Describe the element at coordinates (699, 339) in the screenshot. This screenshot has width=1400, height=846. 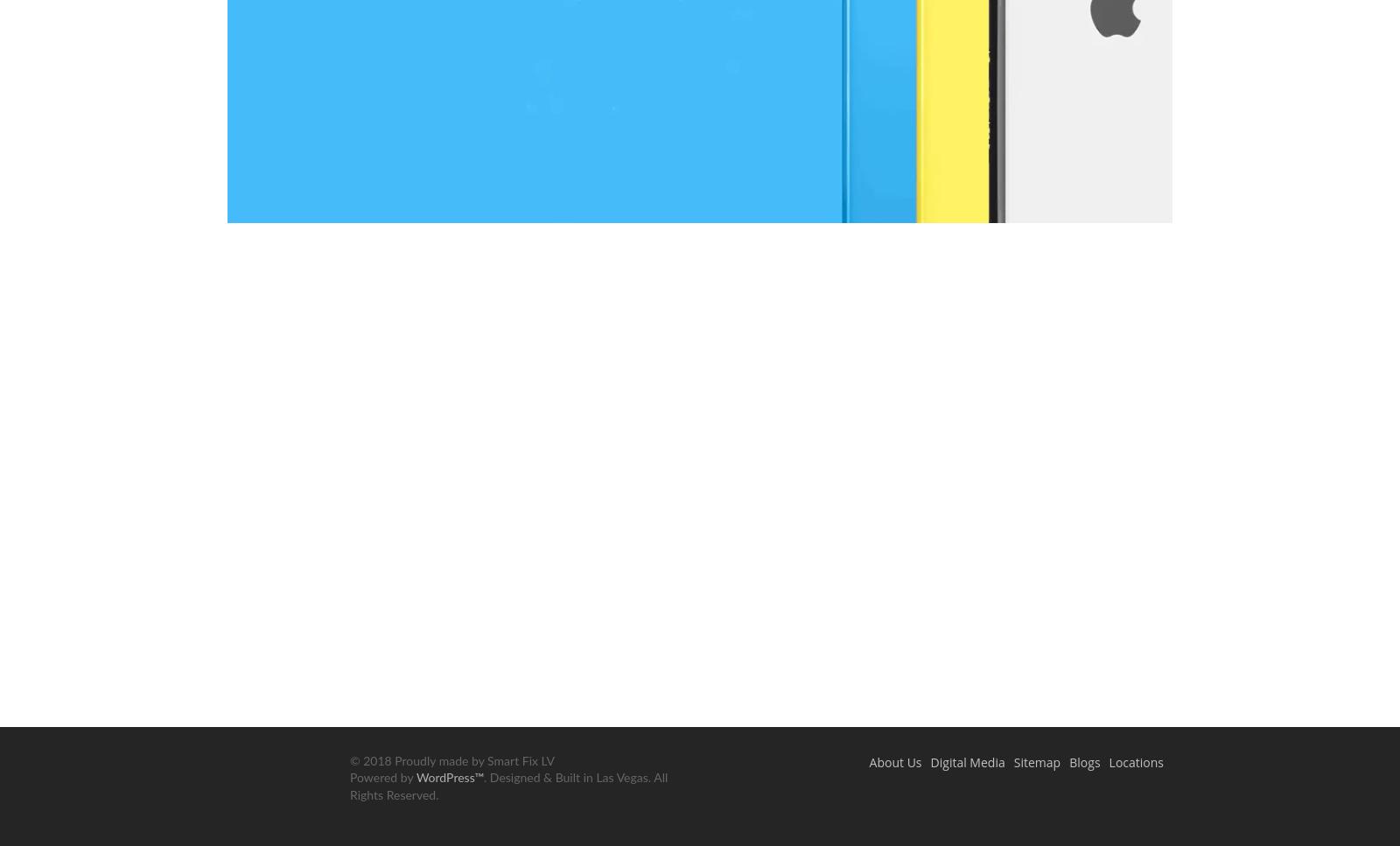
I see `'Don't forget to Back up your iPhone'` at that location.